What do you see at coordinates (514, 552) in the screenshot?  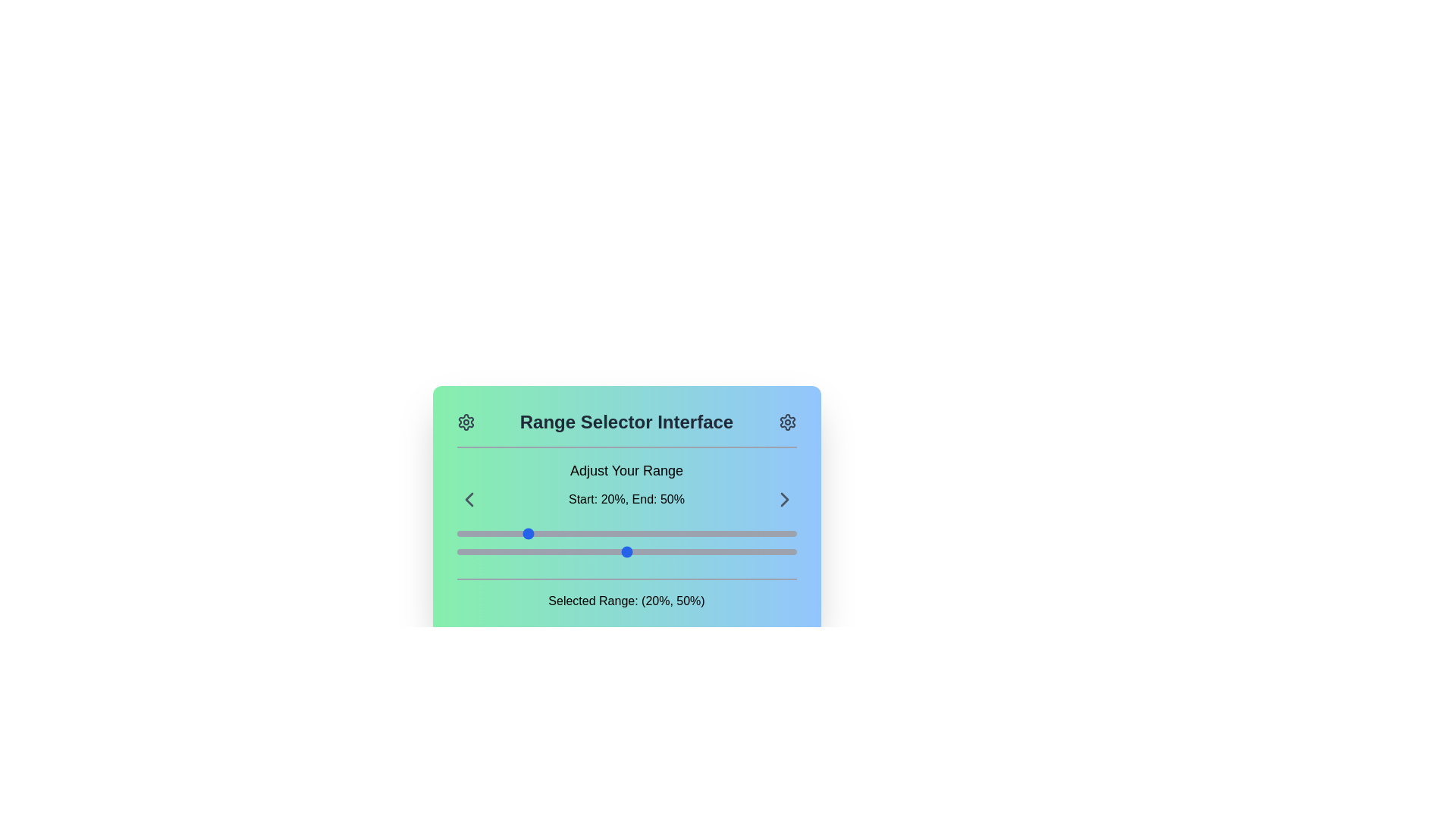 I see `the slider value` at bounding box center [514, 552].